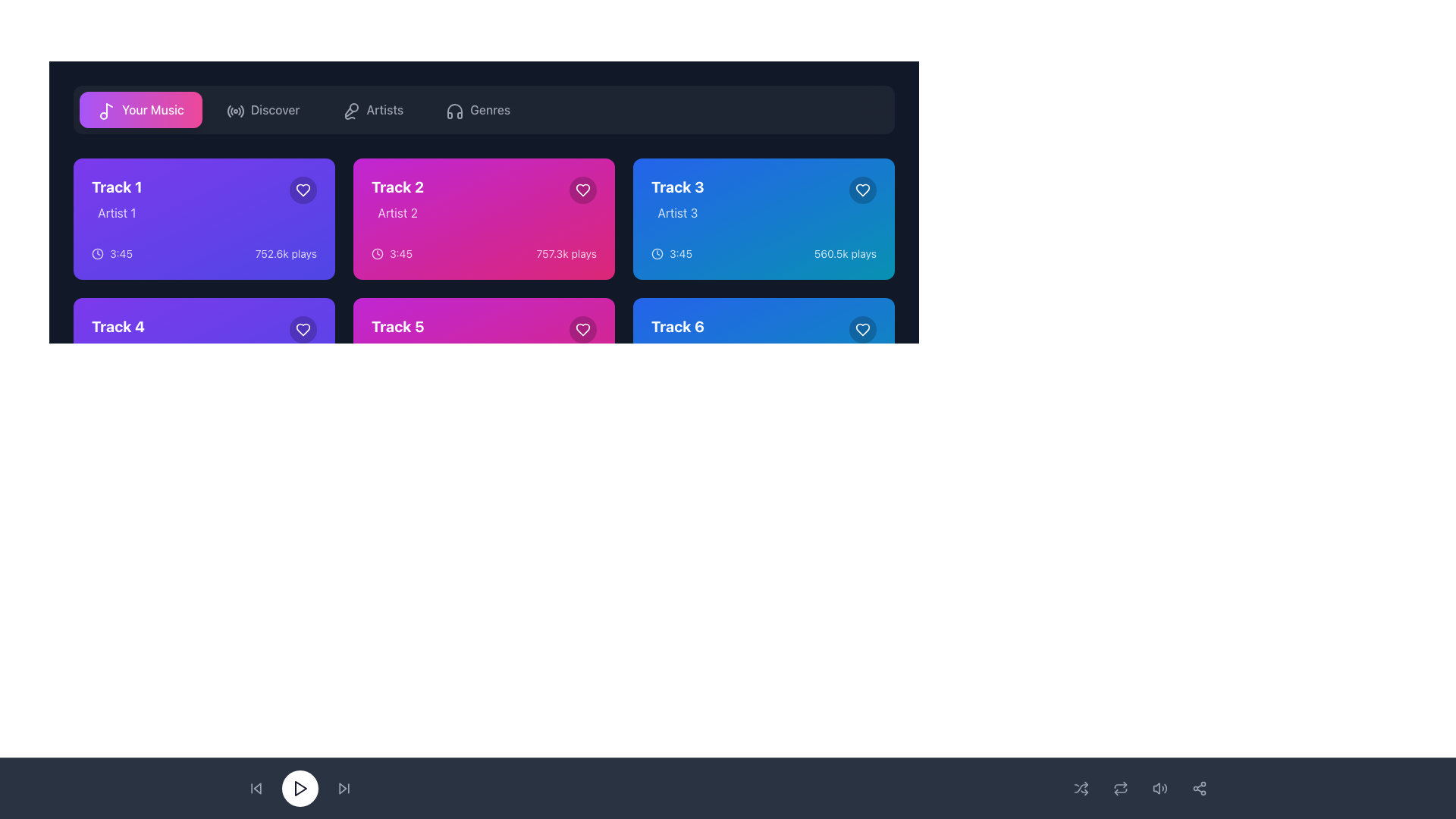  Describe the element at coordinates (862, 189) in the screenshot. I see `the heart-shaped icon button located in the top-right corner of the card for 'Track 3' by 'Artist 3' to mark or unmark it as favorite` at that location.